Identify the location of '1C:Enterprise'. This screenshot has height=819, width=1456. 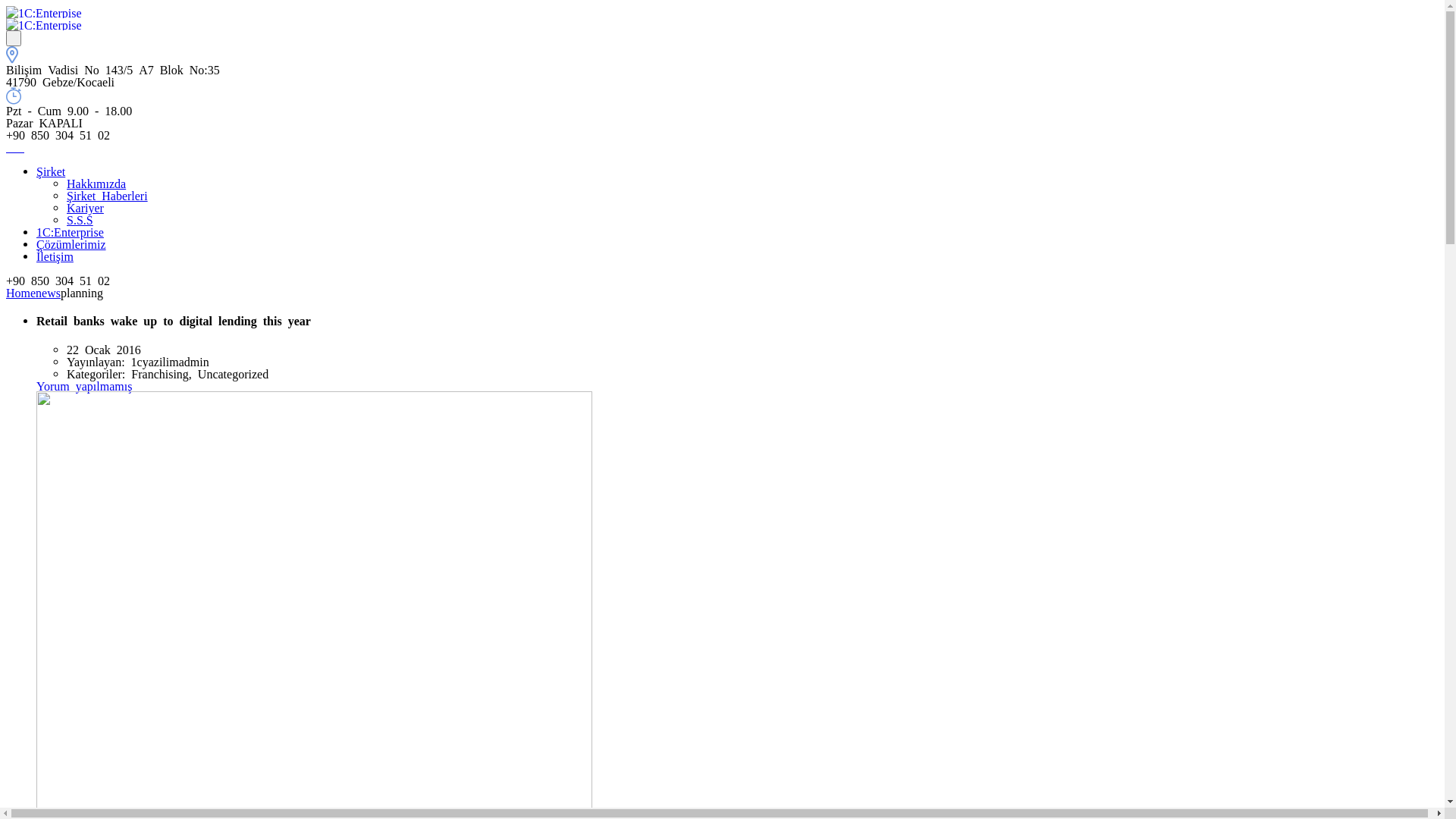
(69, 231).